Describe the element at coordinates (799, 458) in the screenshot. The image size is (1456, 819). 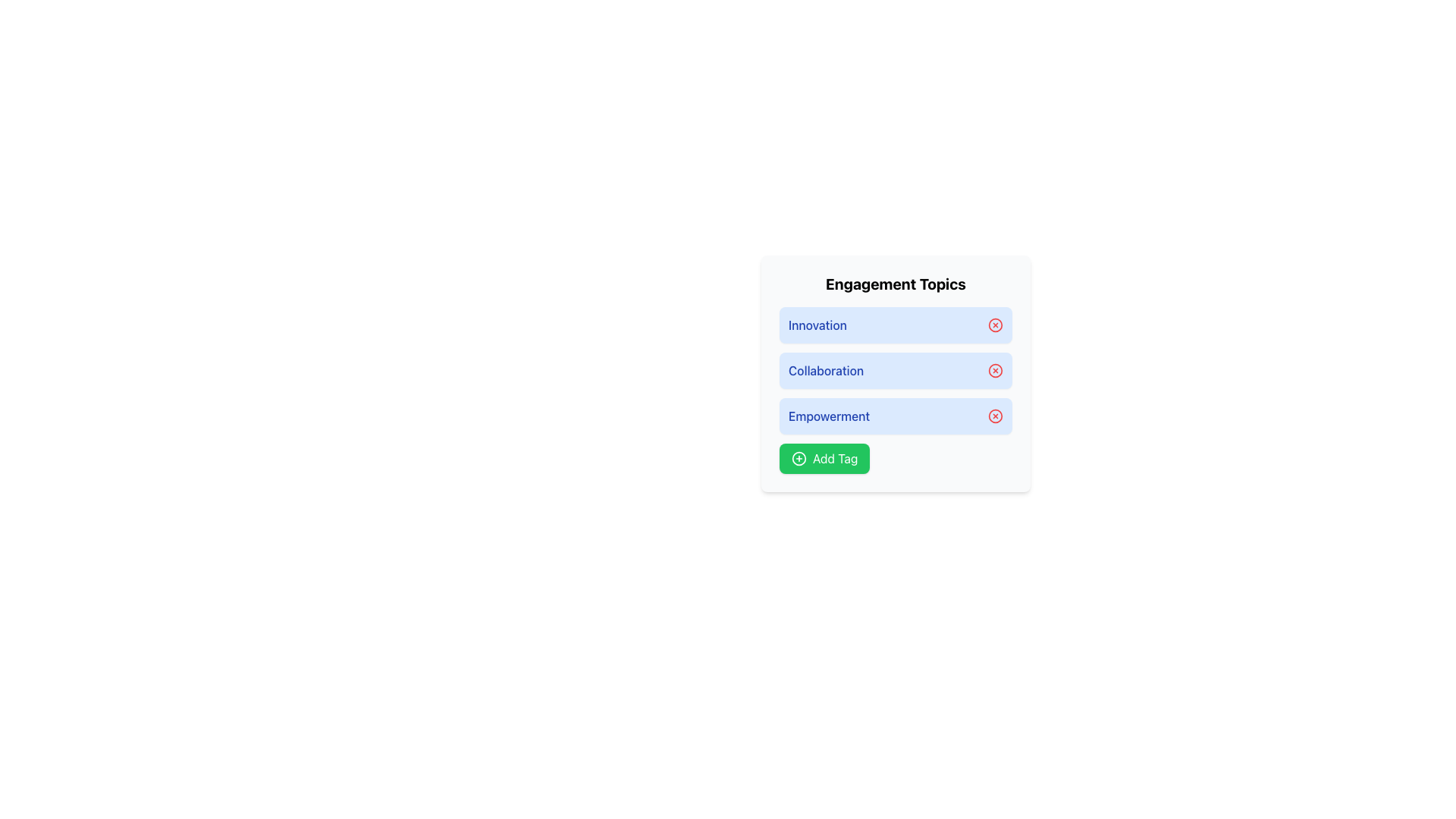
I see `the circular icon with a plus sign located to the left of the text 'Add Tag' within the green button` at that location.